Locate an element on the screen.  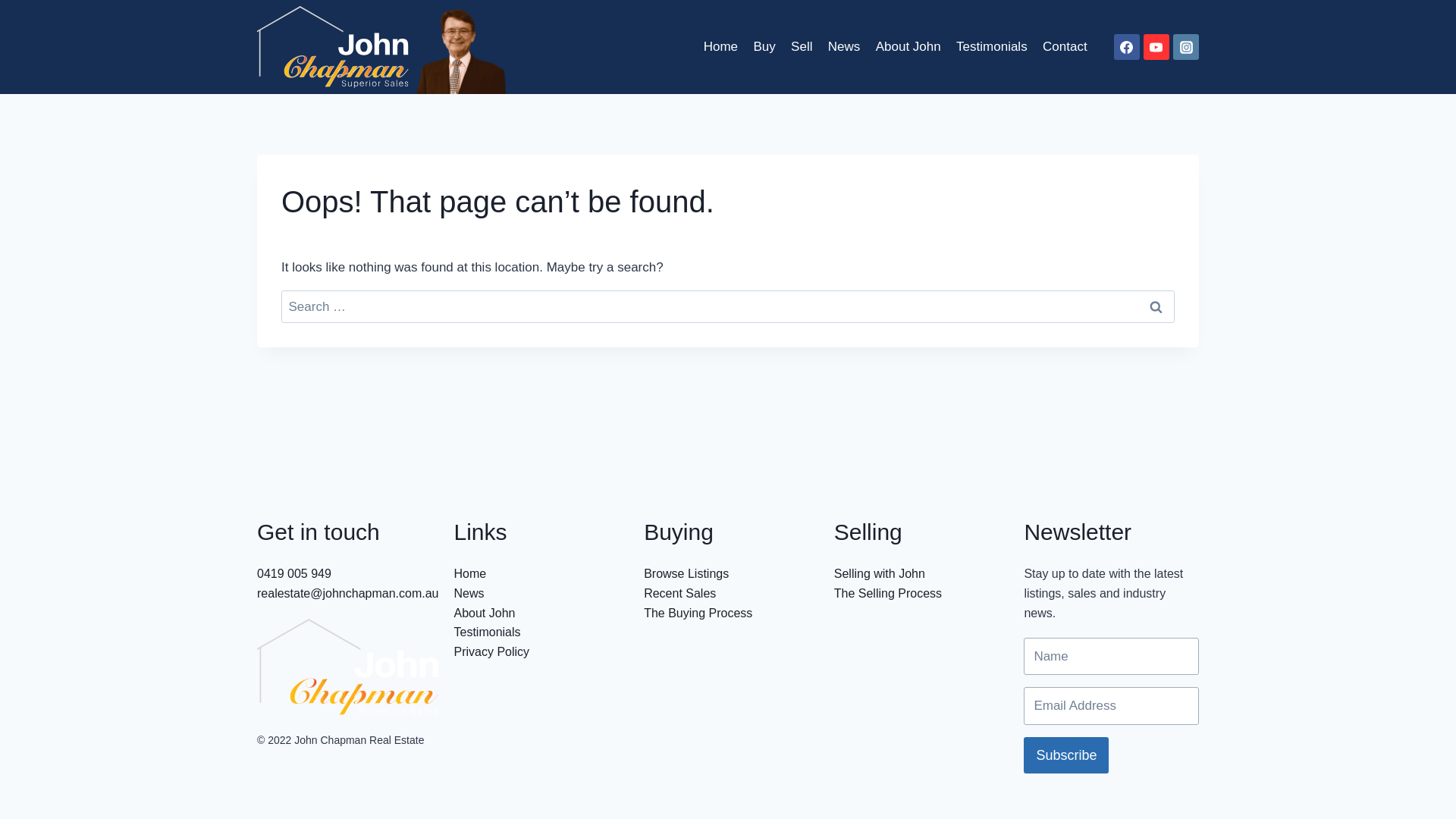
'About John' is located at coordinates (483, 612).